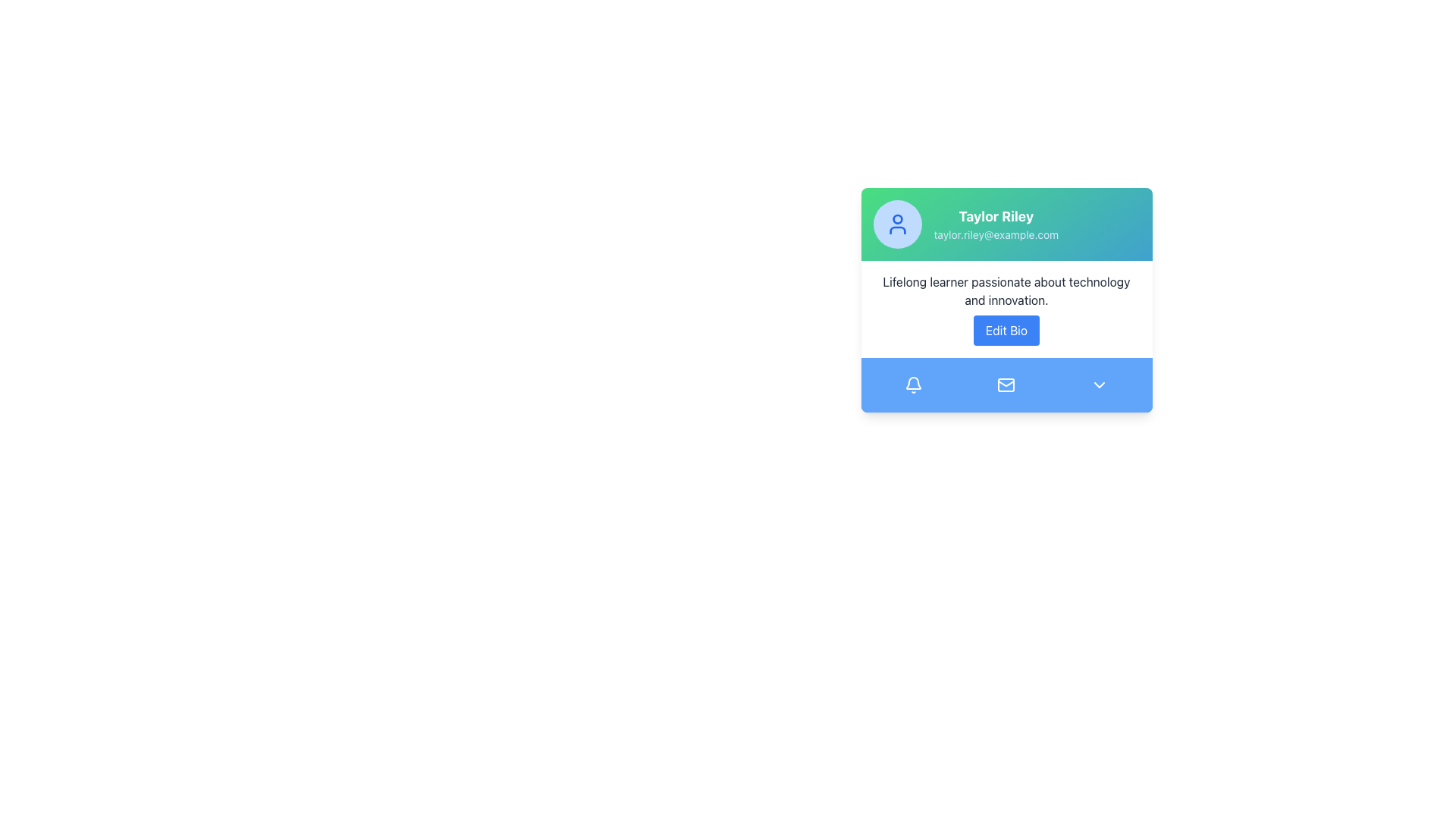  I want to click on the email icon, which is a small graphical representation of a folded envelope, located within the blue section beneath the user profile card, so click(1006, 382).